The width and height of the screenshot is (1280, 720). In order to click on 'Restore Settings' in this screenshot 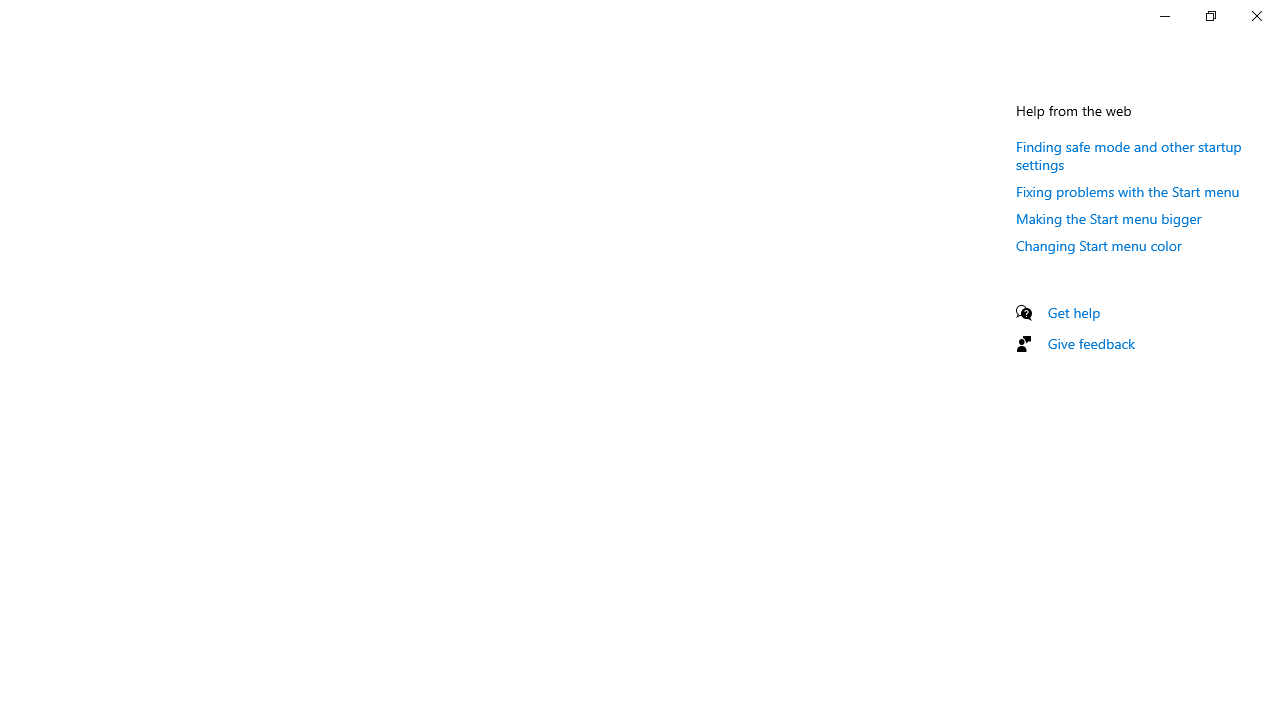, I will do `click(1209, 15)`.